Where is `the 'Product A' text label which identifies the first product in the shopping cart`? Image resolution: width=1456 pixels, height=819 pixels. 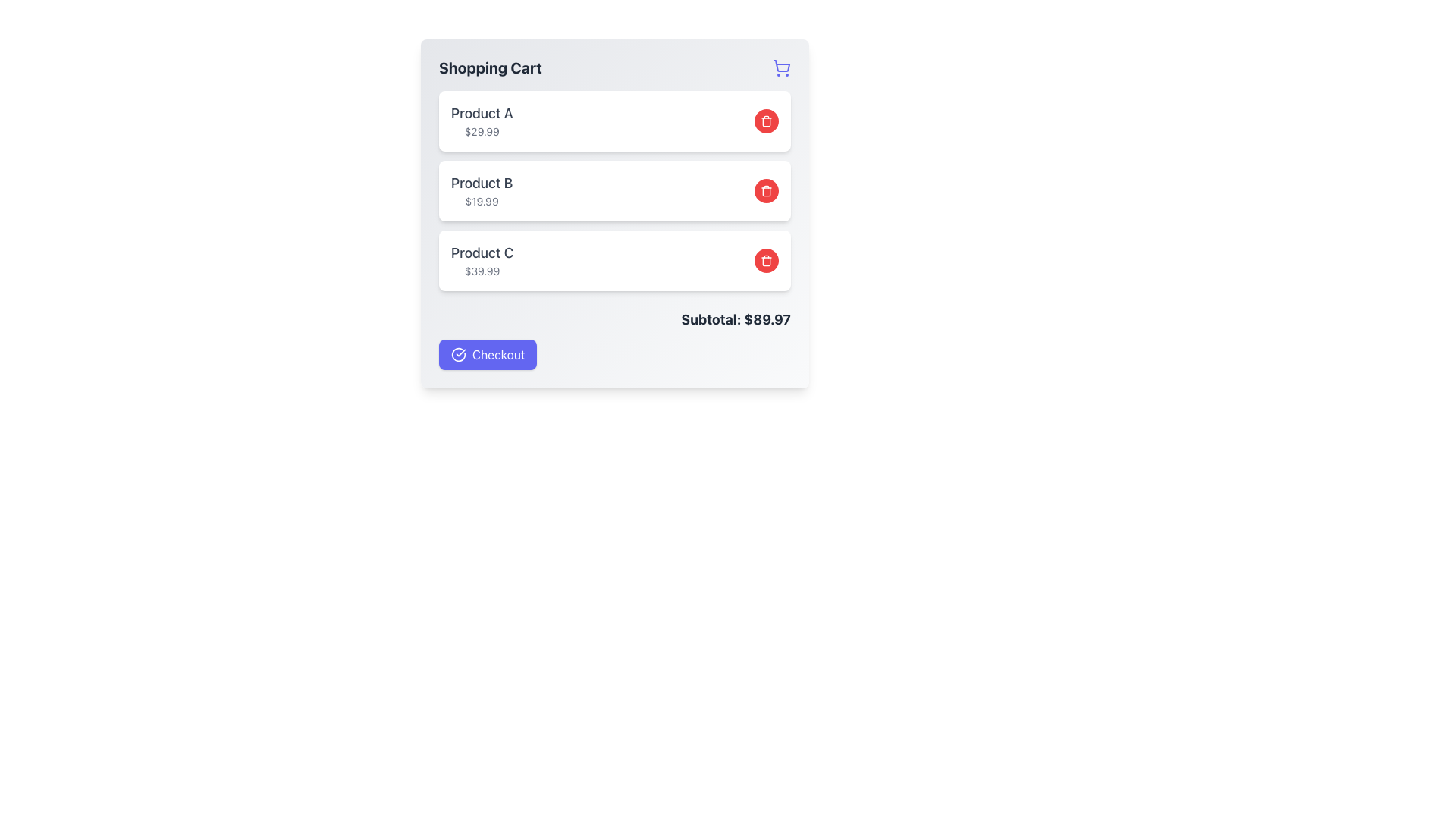 the 'Product A' text label which identifies the first product in the shopping cart is located at coordinates (481, 113).